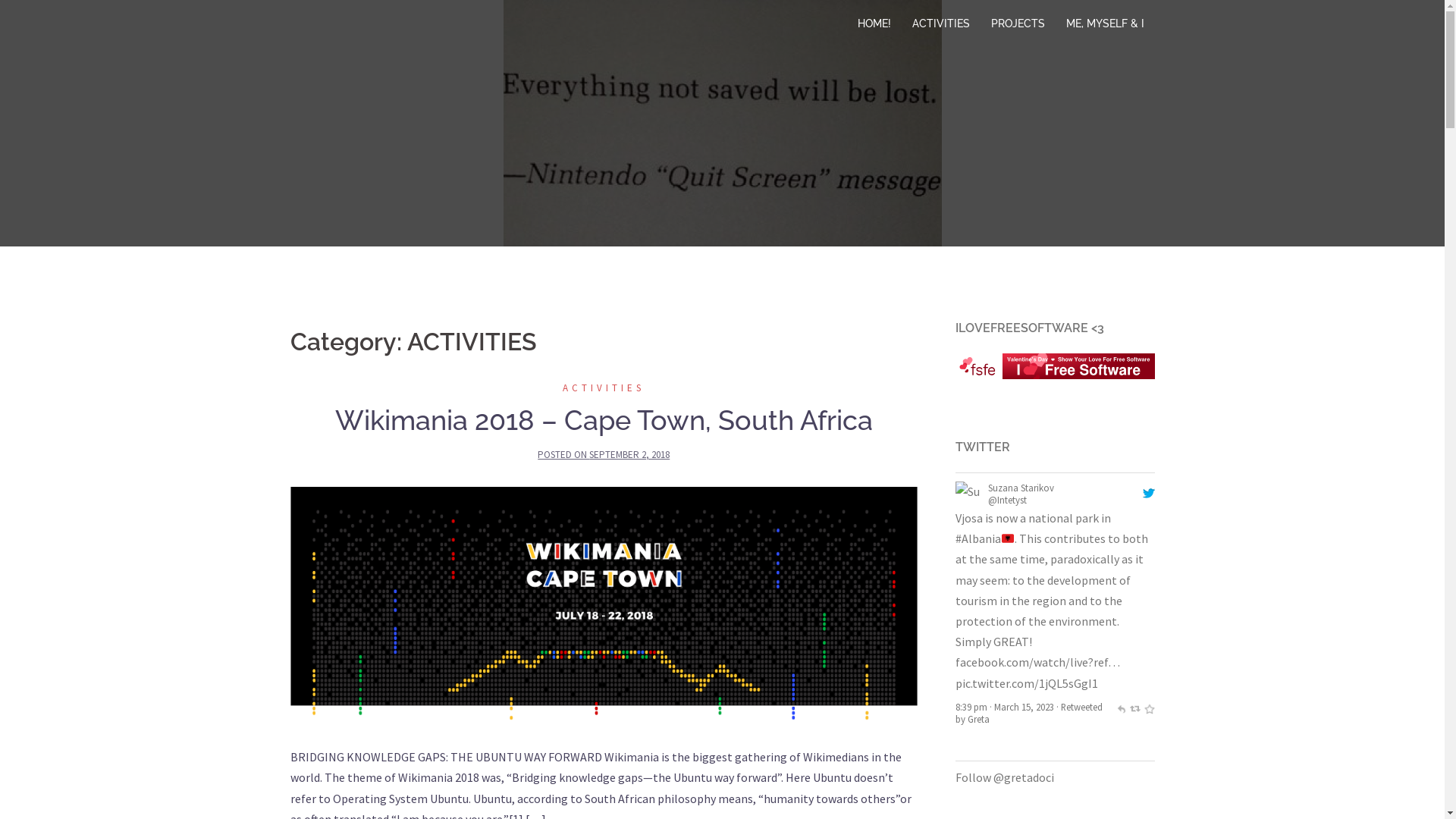  I want to click on 'Retweeted by Greta', so click(954, 651).